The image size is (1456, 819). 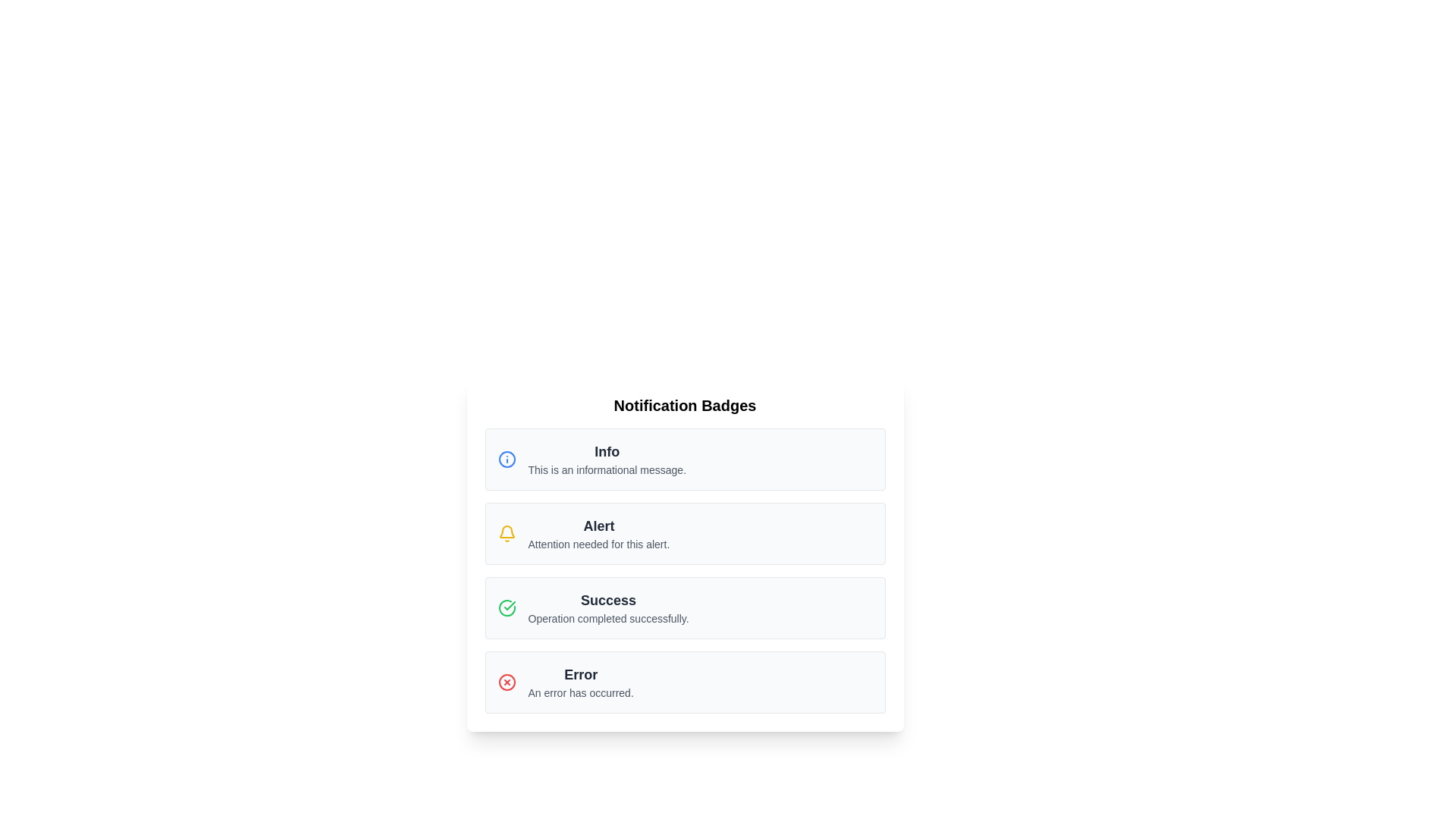 I want to click on the green checkmark icon that is part of the 'Success' notification badge, which visually aligns to the left side of the text 'Operation completed successfully.', so click(x=510, y=604).